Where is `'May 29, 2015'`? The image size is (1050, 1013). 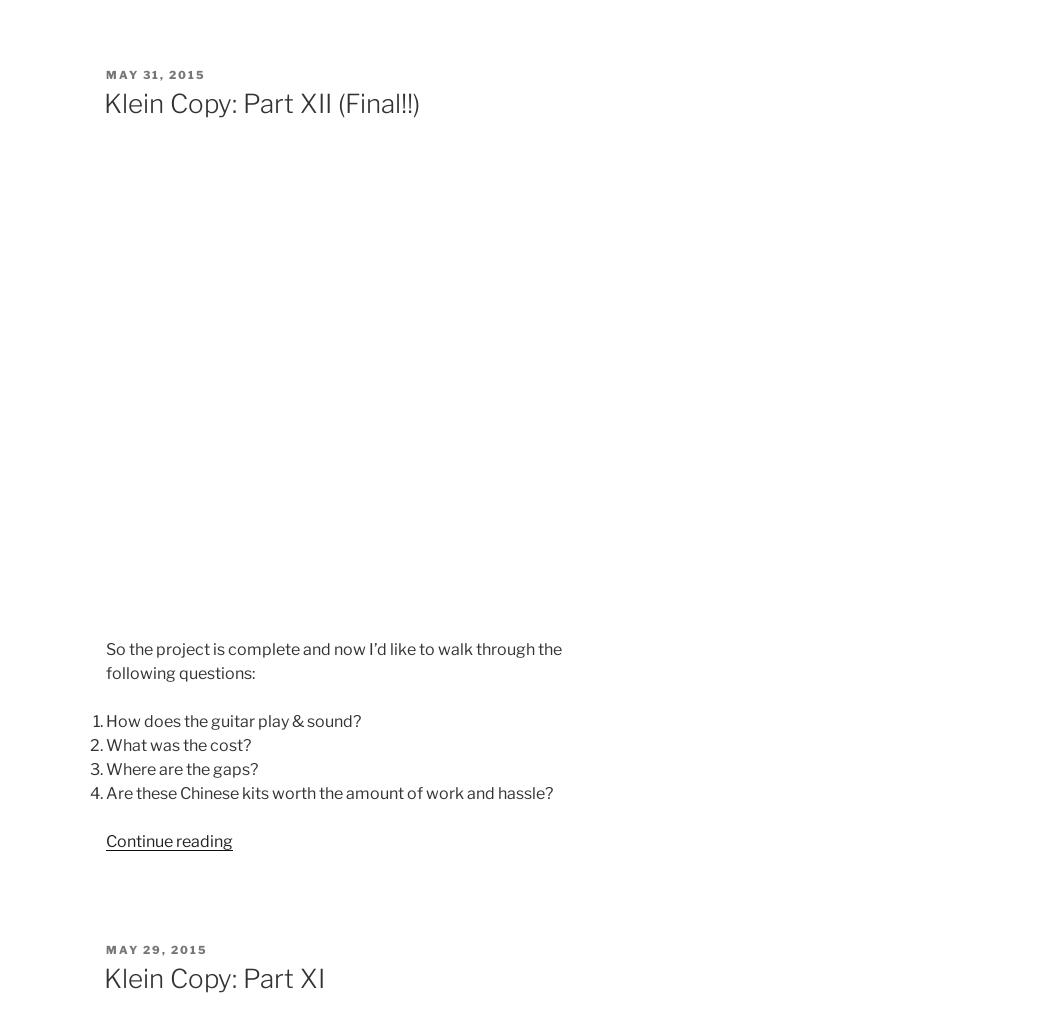
'May 29, 2015' is located at coordinates (156, 948).